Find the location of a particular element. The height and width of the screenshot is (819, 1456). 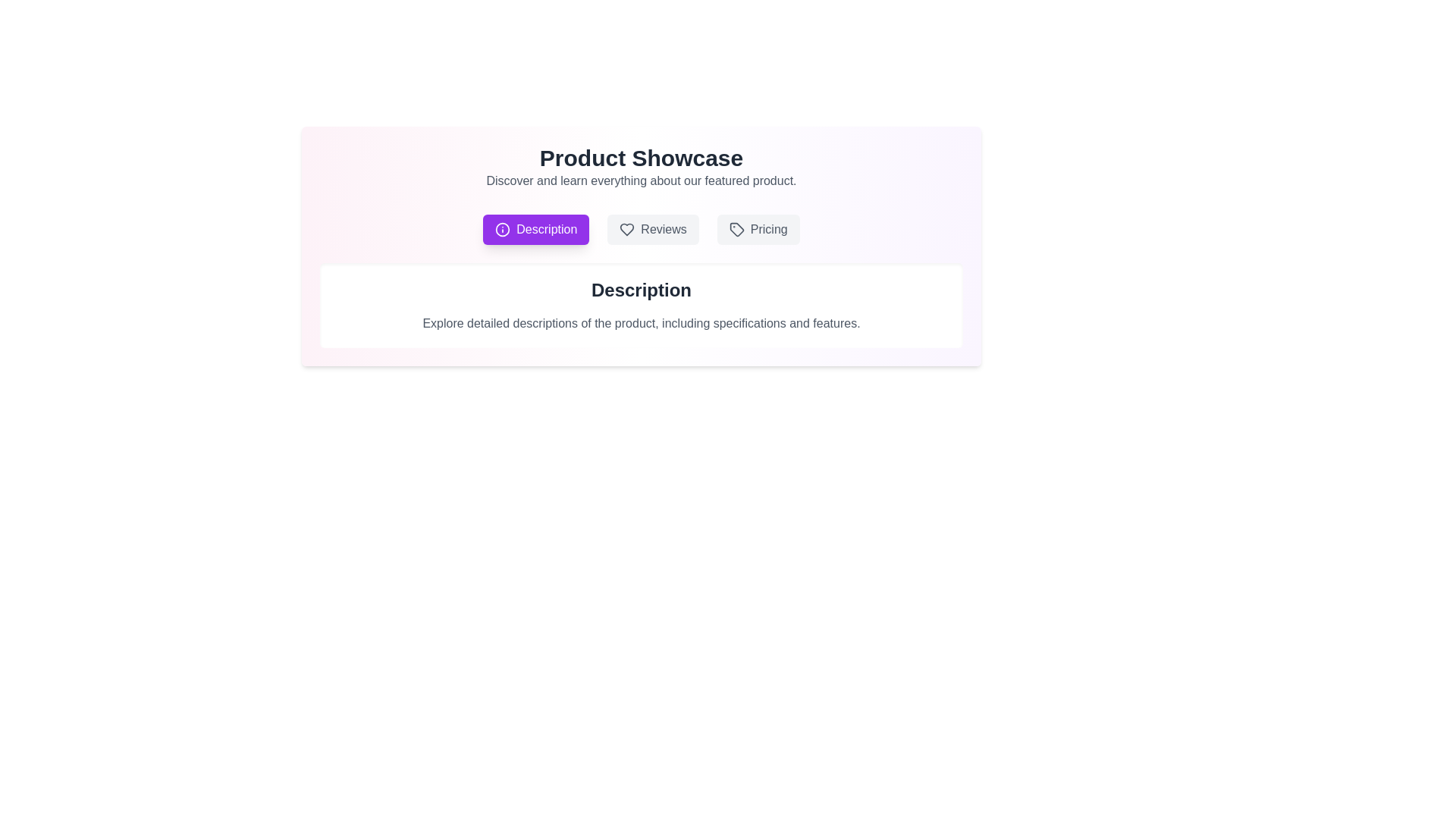

the Reviews tab is located at coordinates (653, 230).